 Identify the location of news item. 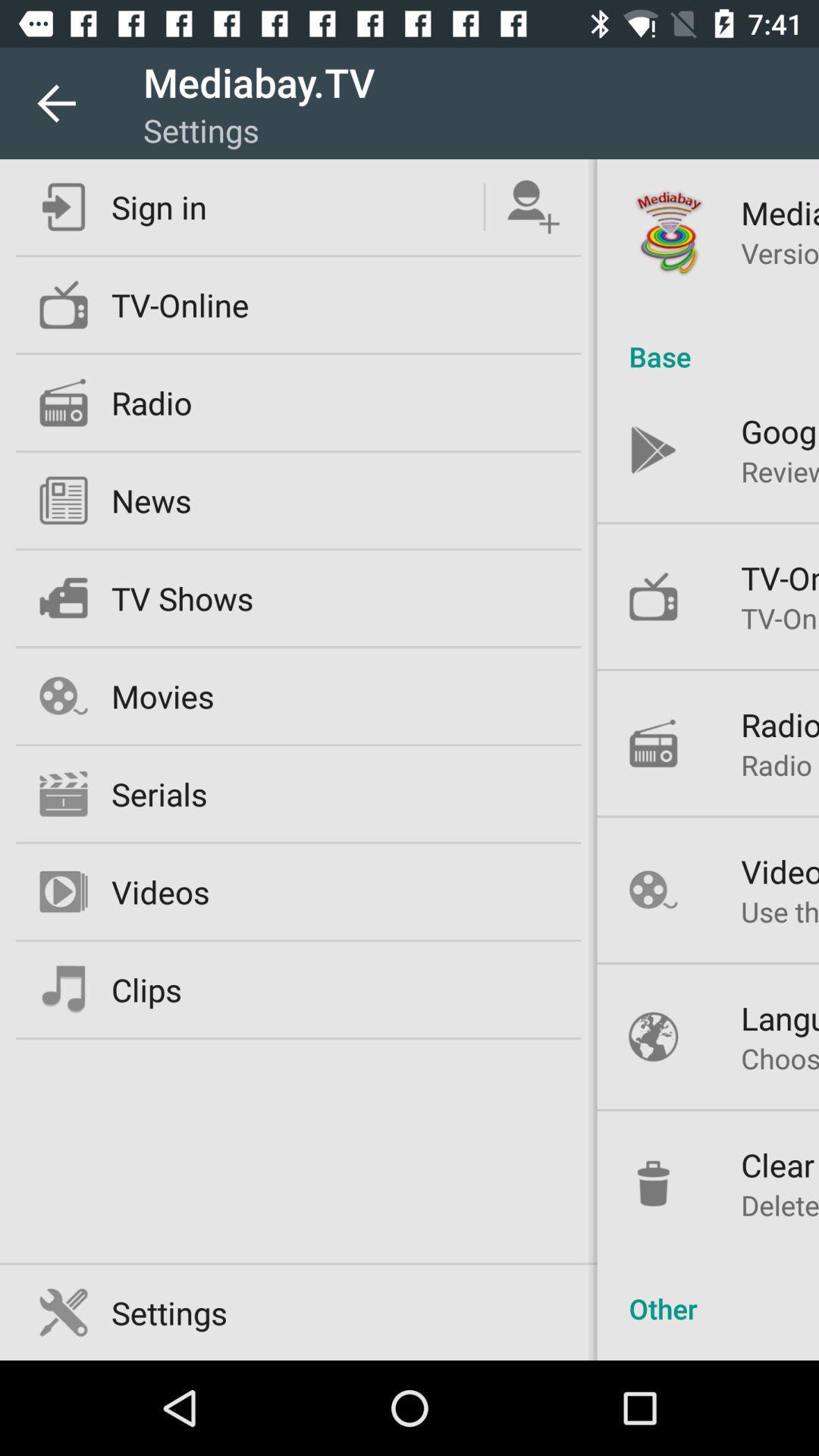
(151, 500).